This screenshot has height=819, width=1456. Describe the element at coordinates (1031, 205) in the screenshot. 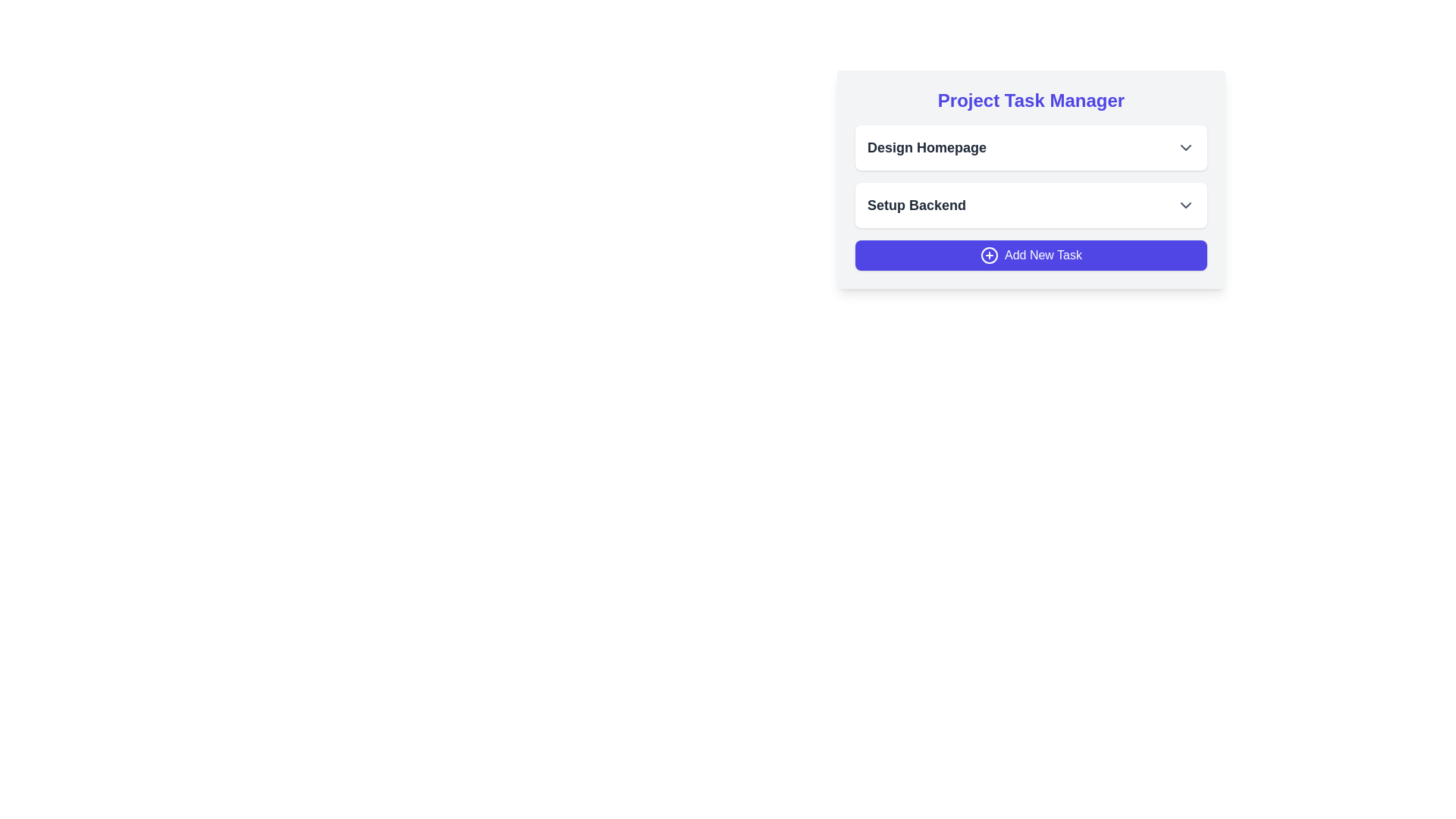

I see `the 'Setup Backend' dropdown menu button` at that location.